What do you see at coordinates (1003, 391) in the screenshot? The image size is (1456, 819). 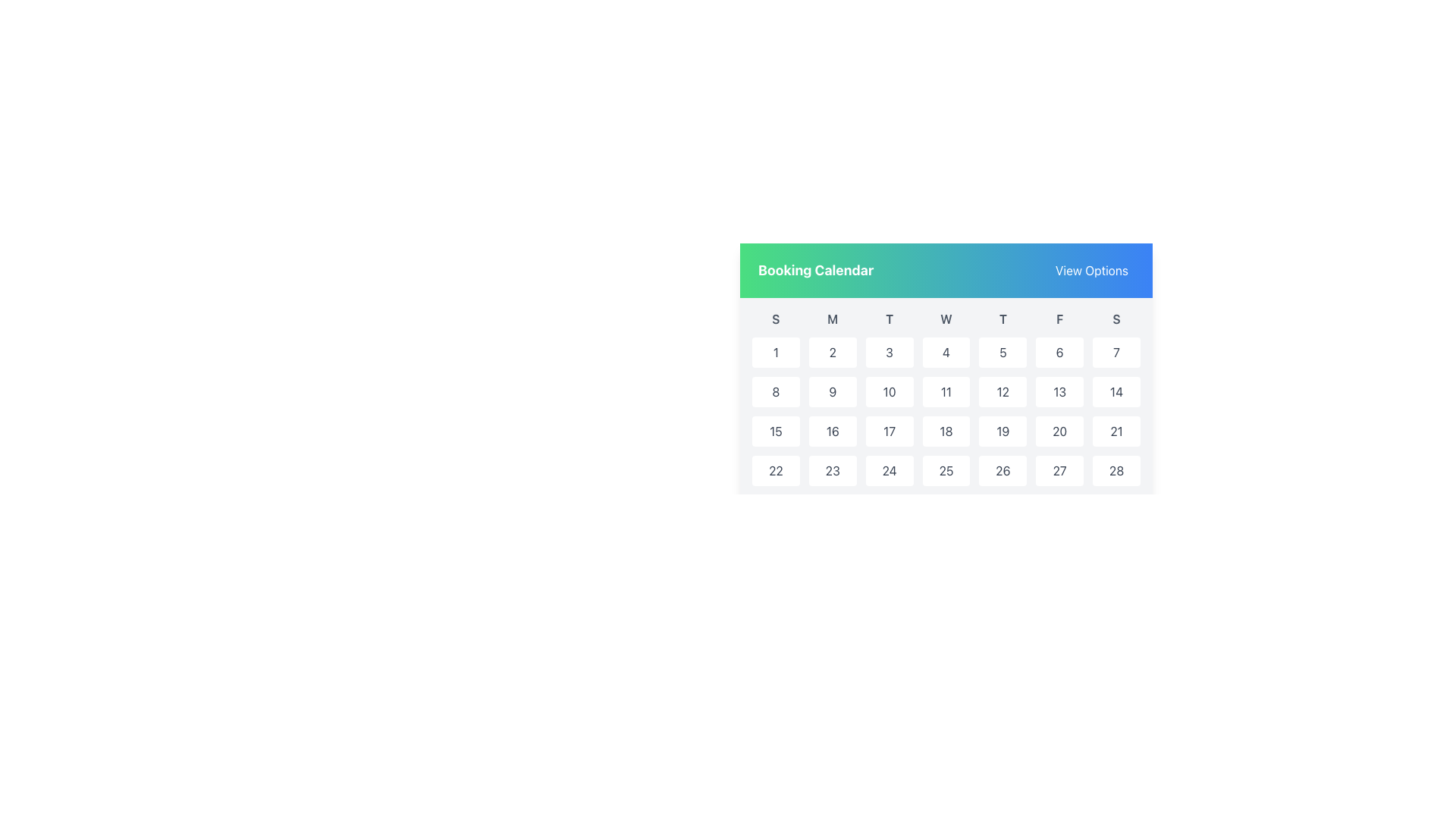 I see `the square-shaped button displaying the number '12' in gray text within the calendar grid` at bounding box center [1003, 391].